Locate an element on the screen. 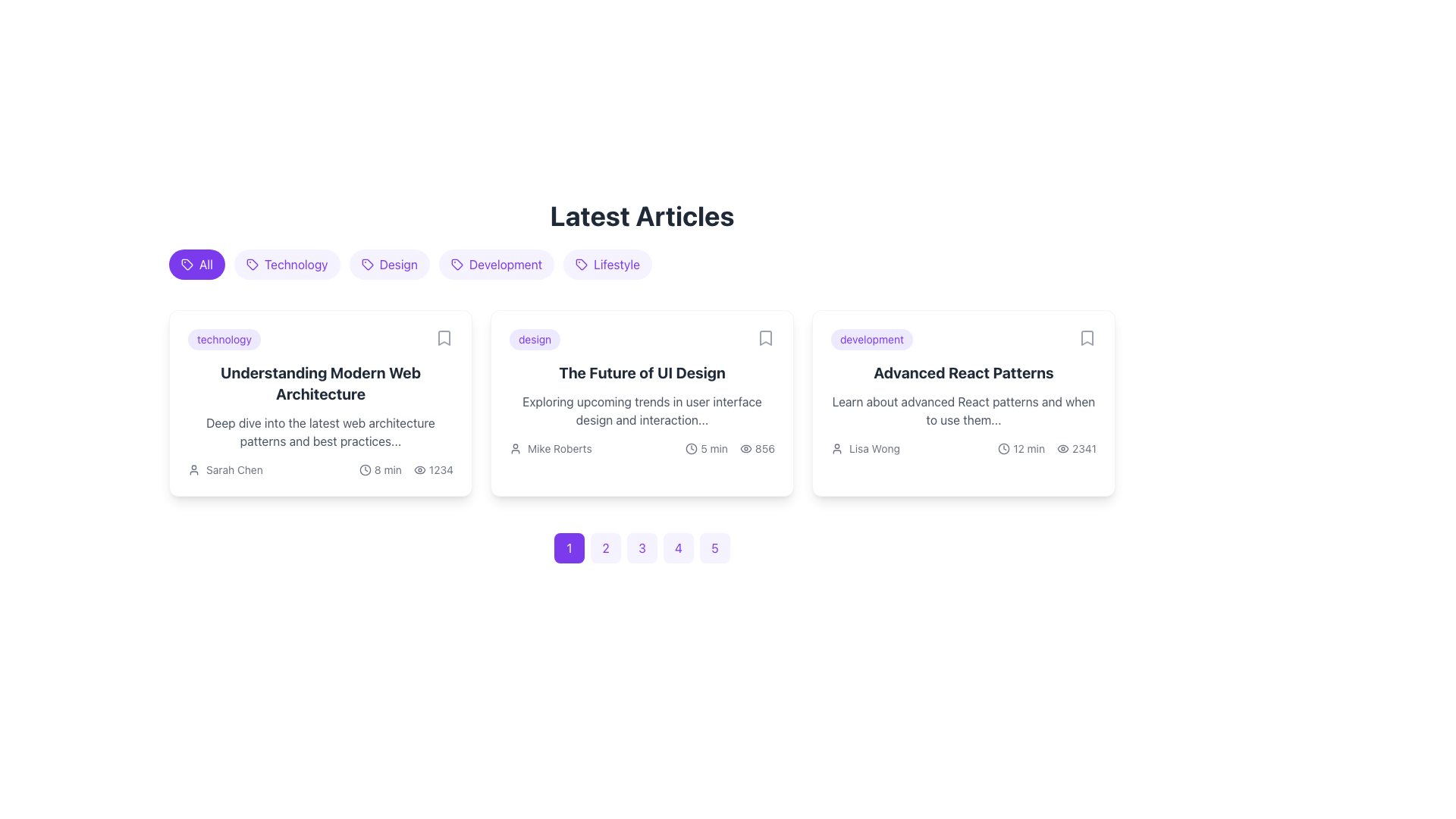  the Row of metadata information containing details about the article, such as author, reading time, and view count, located within the card titled 'Understanding Modern Web Architecture' is located at coordinates (319, 469).